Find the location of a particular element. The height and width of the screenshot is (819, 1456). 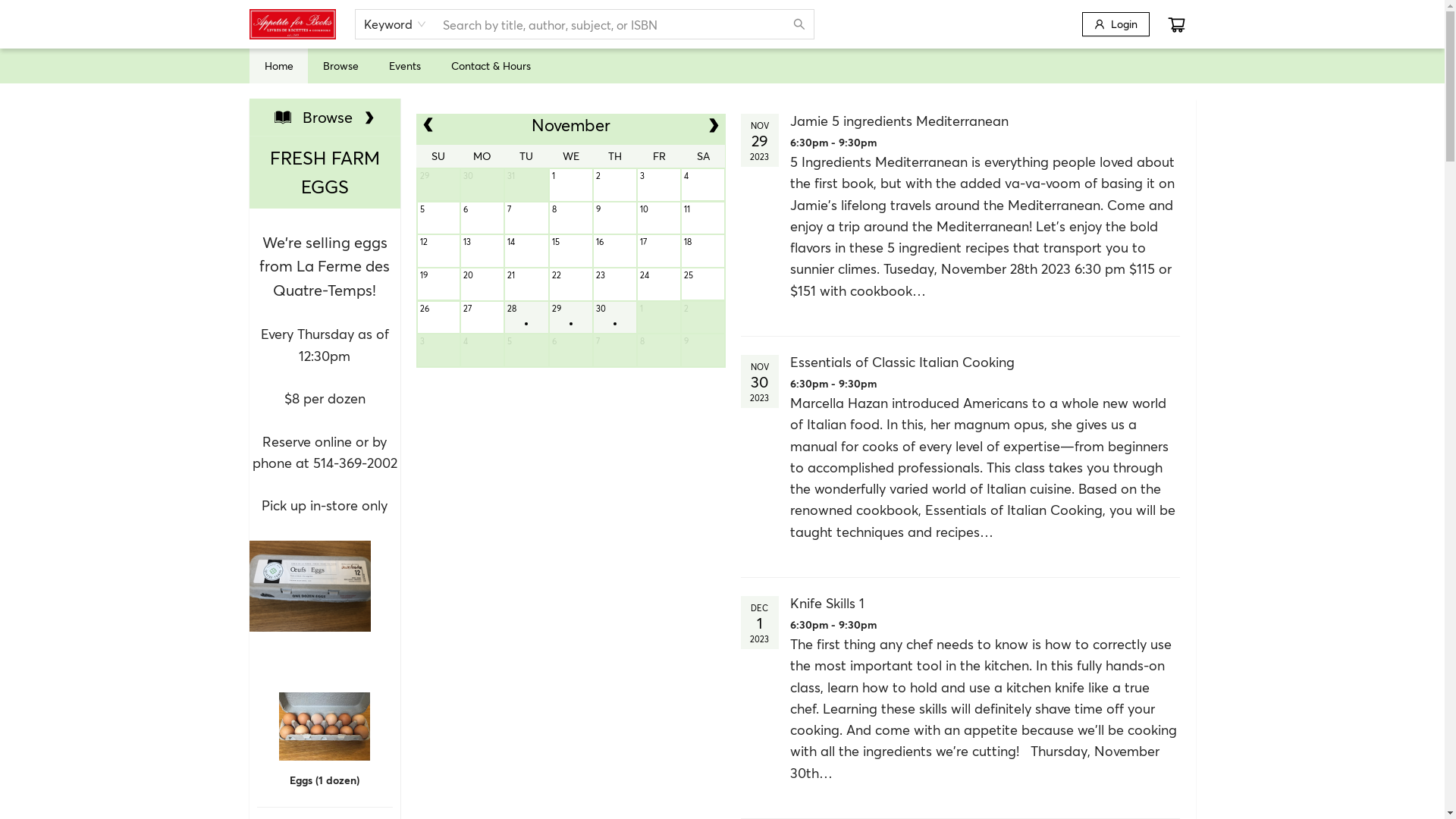

'  Browse  ' is located at coordinates (324, 116).